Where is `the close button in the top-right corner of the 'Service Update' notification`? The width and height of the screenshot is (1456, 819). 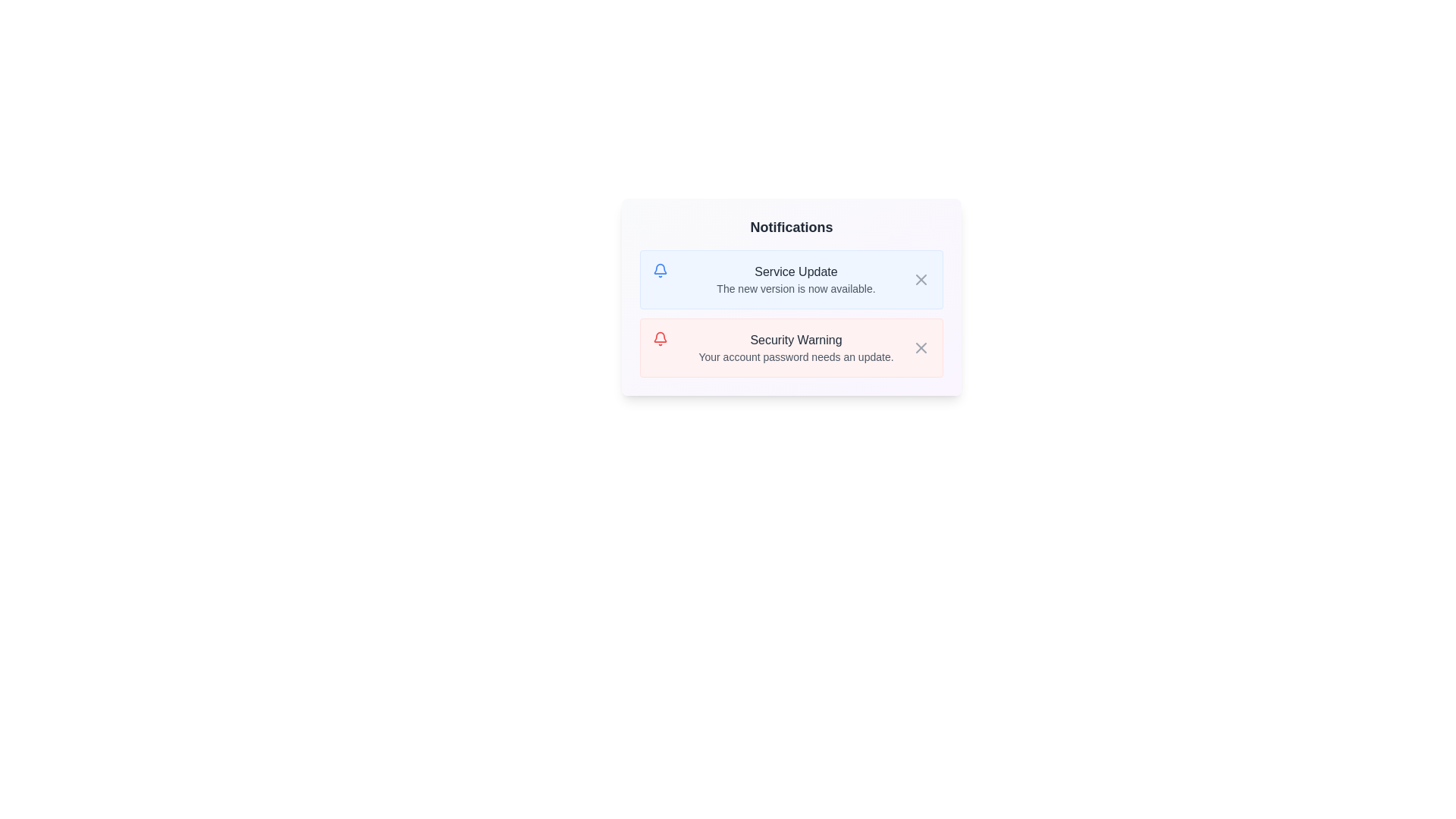
the close button in the top-right corner of the 'Service Update' notification is located at coordinates (920, 280).